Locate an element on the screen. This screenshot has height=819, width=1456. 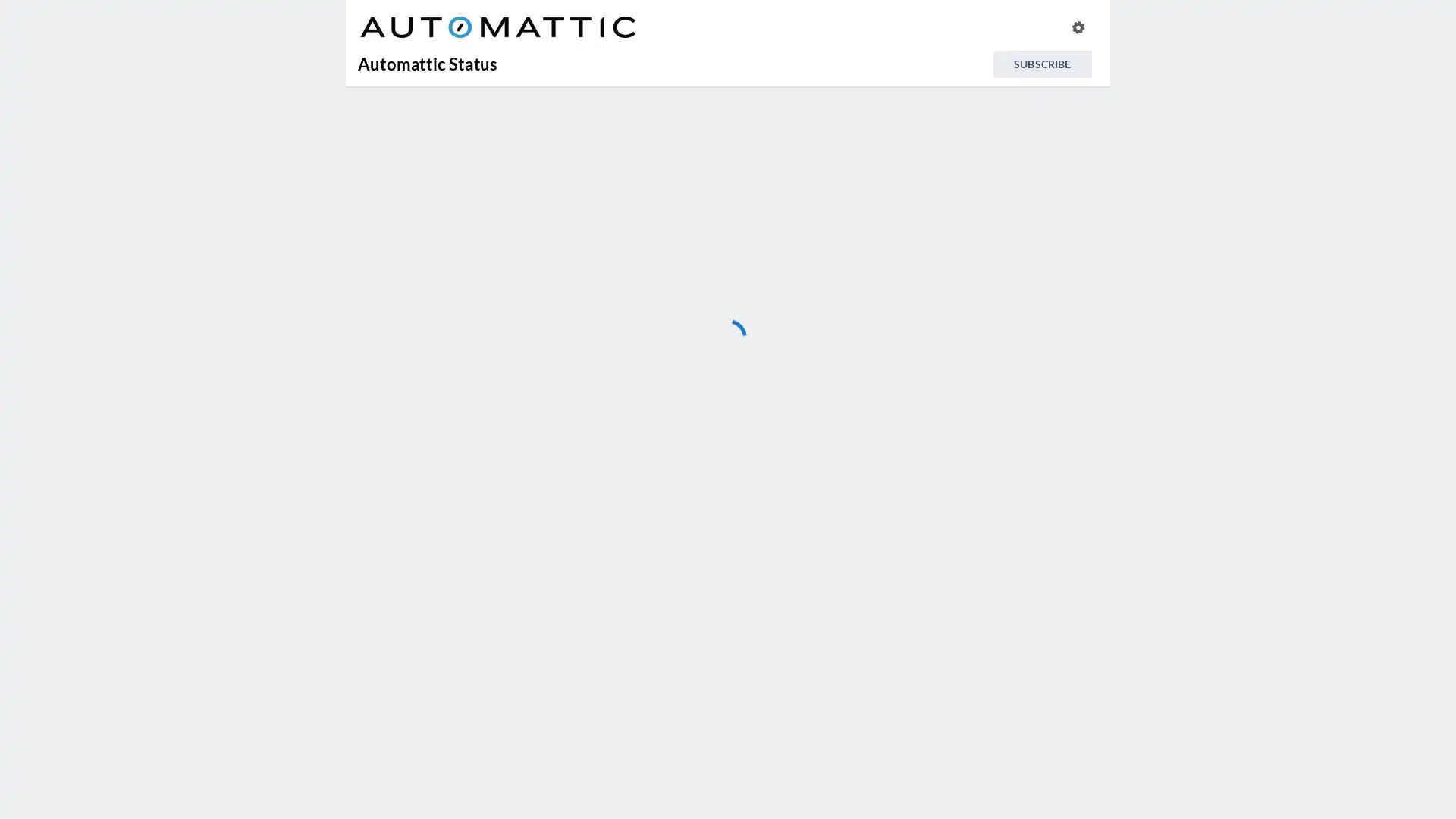
IntenseDebate Response Time : 551 ms is located at coordinates (635, 437).